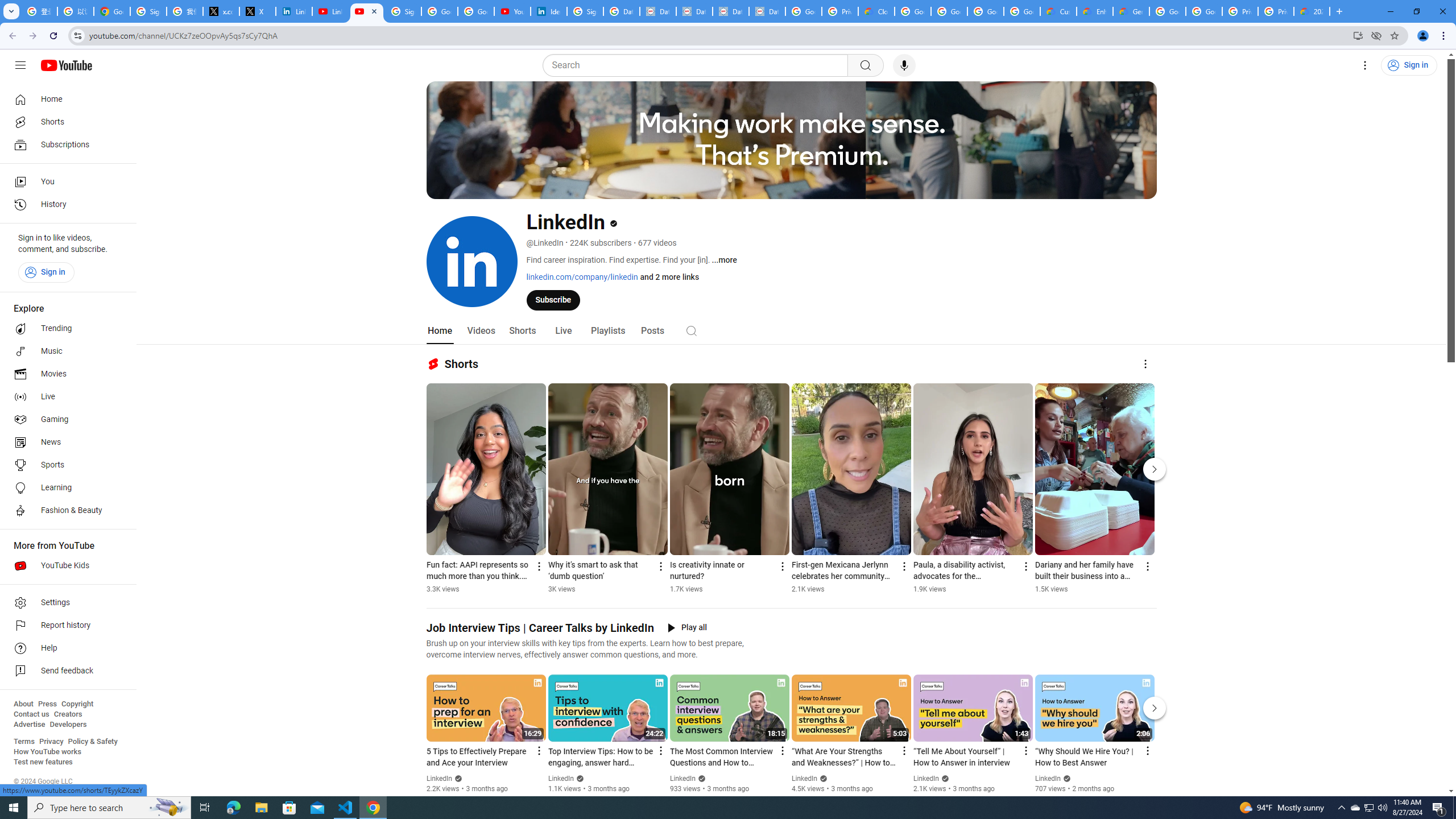 Image resolution: width=1456 pixels, height=819 pixels. Describe the element at coordinates (64, 625) in the screenshot. I see `'Report history'` at that location.